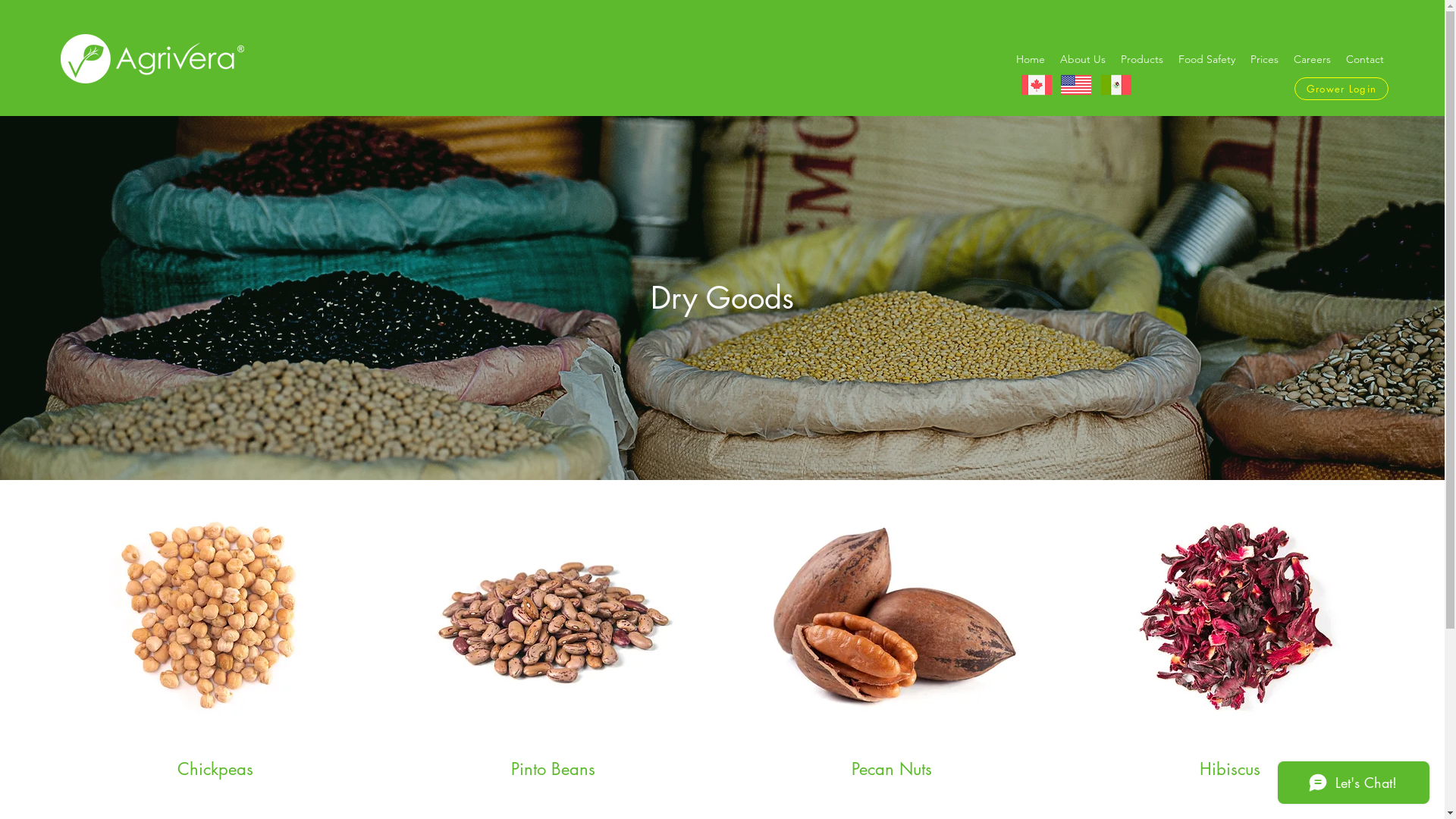 The width and height of the screenshot is (1456, 819). Describe the element at coordinates (1365, 58) in the screenshot. I see `'Contact'` at that location.